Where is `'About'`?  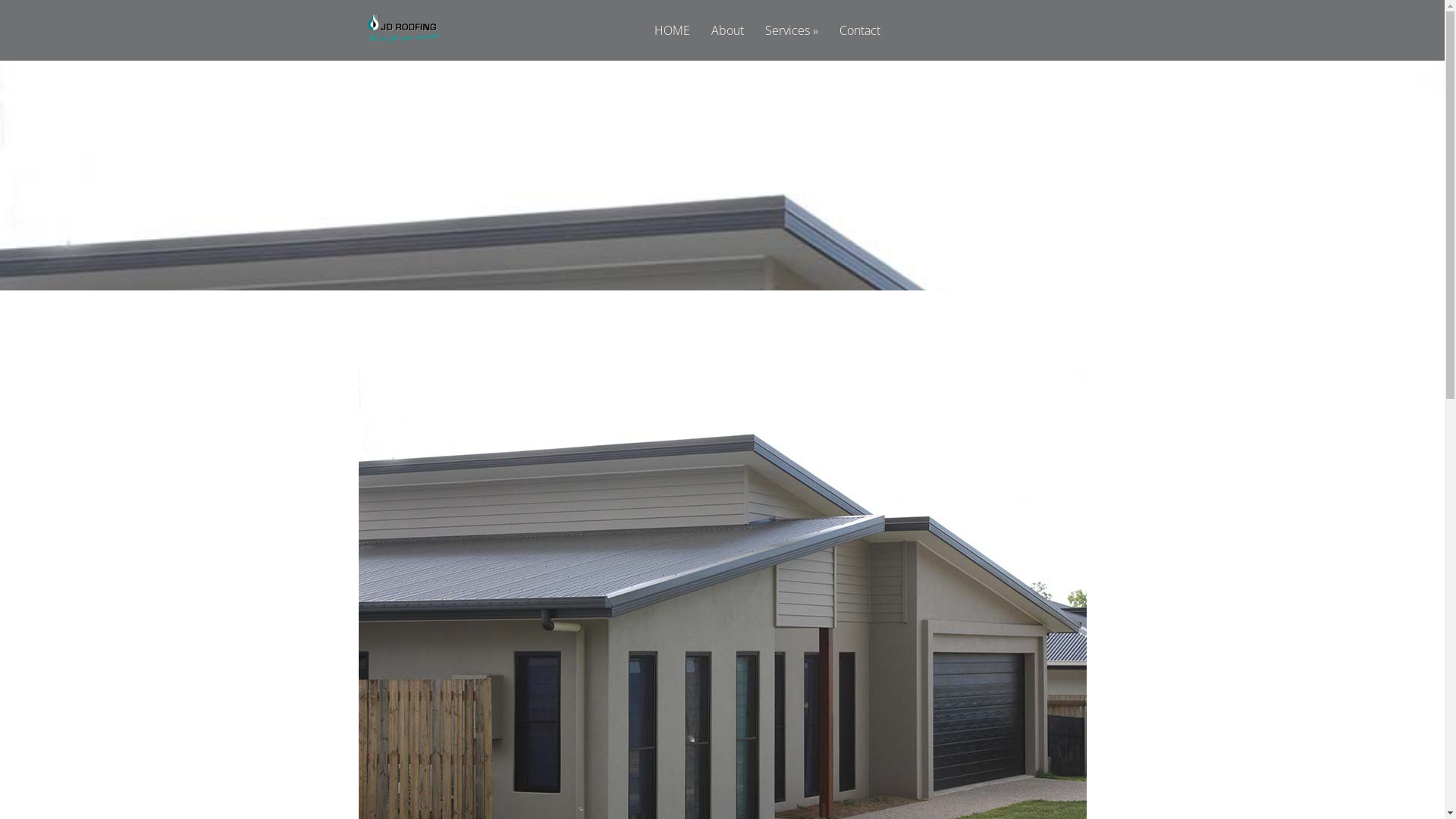
'About' is located at coordinates (726, 42).